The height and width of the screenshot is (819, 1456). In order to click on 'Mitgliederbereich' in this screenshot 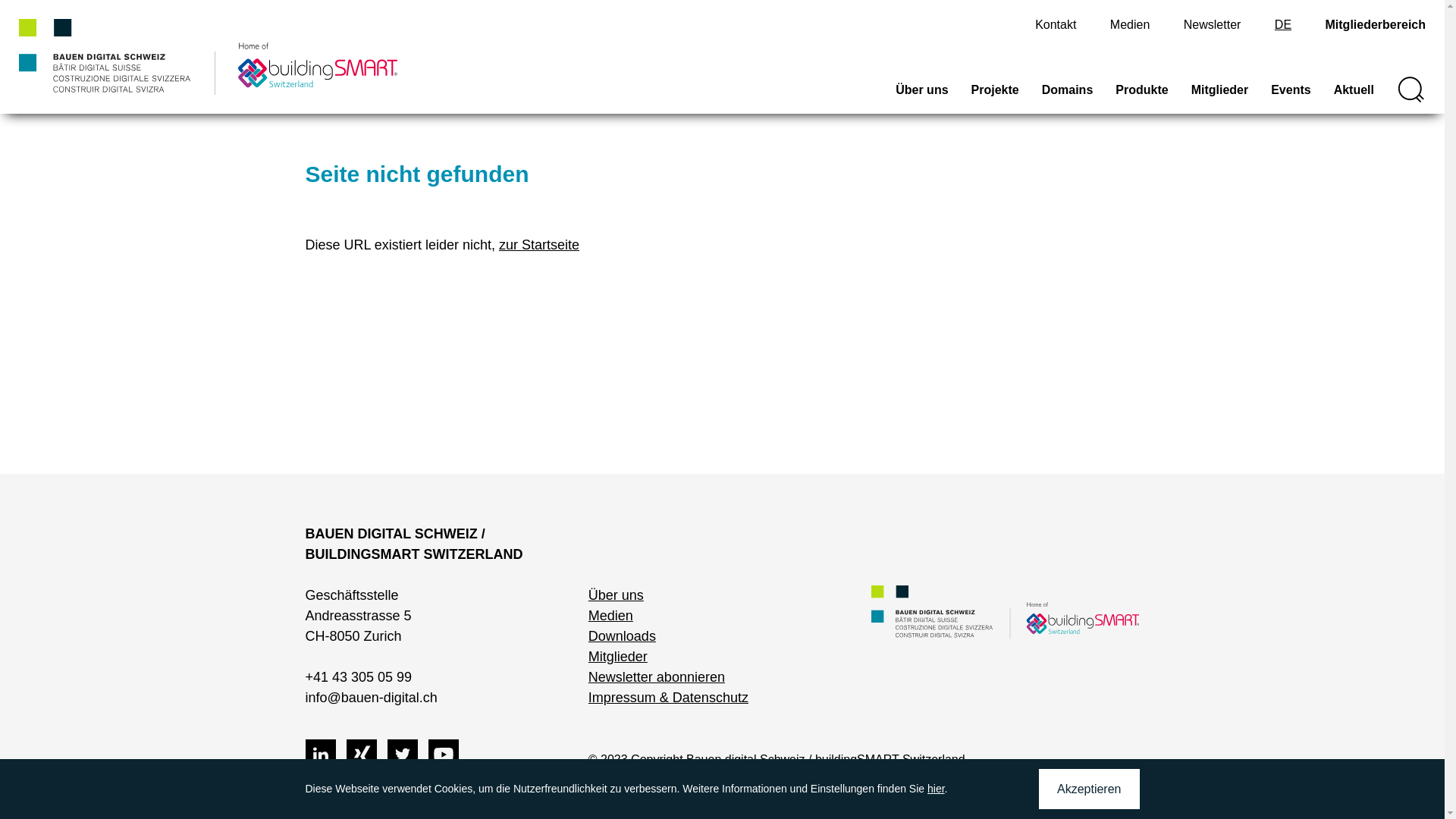, I will do `click(1376, 24)`.